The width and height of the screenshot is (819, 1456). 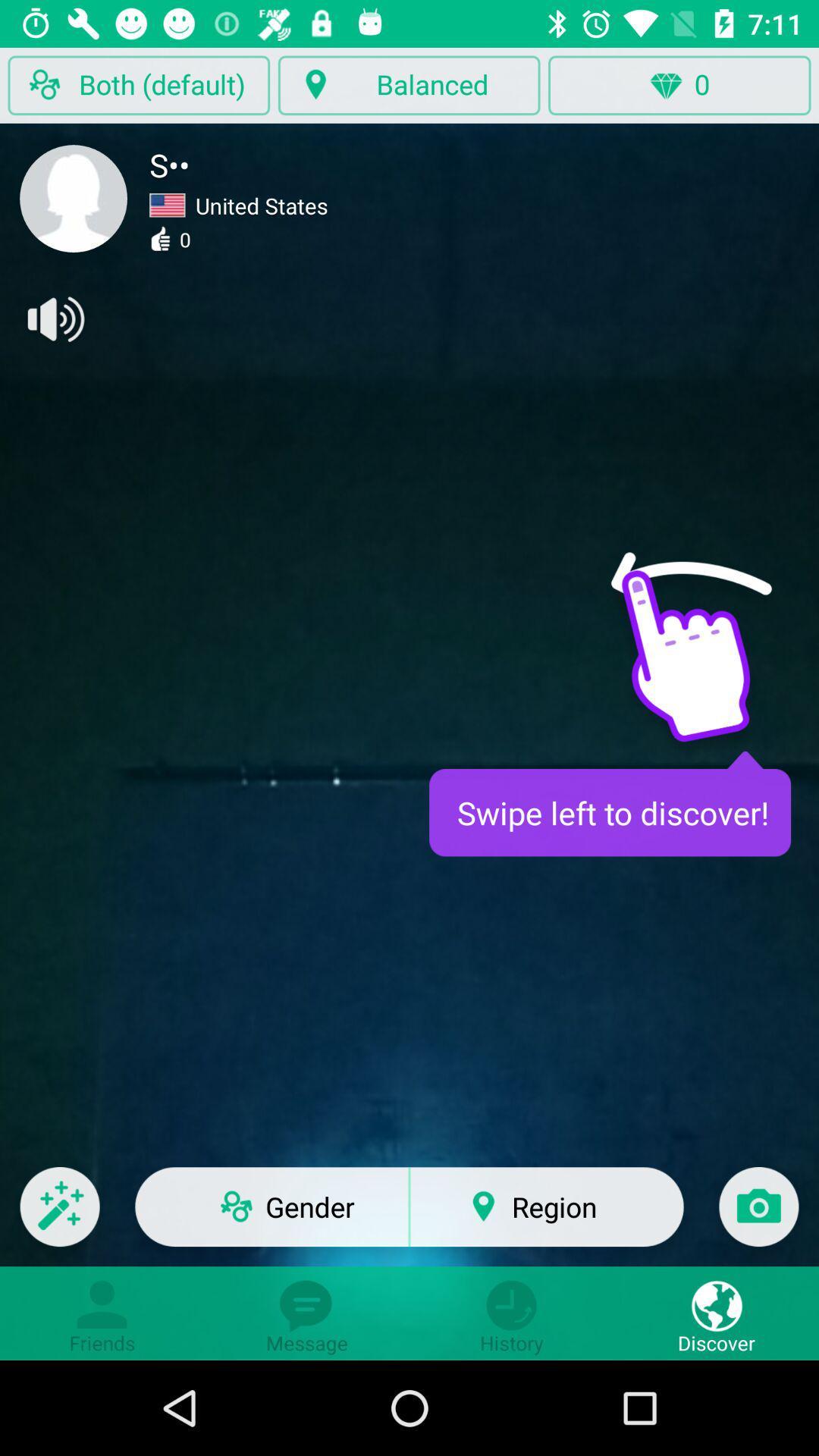 I want to click on hand icon, so click(x=717, y=667).